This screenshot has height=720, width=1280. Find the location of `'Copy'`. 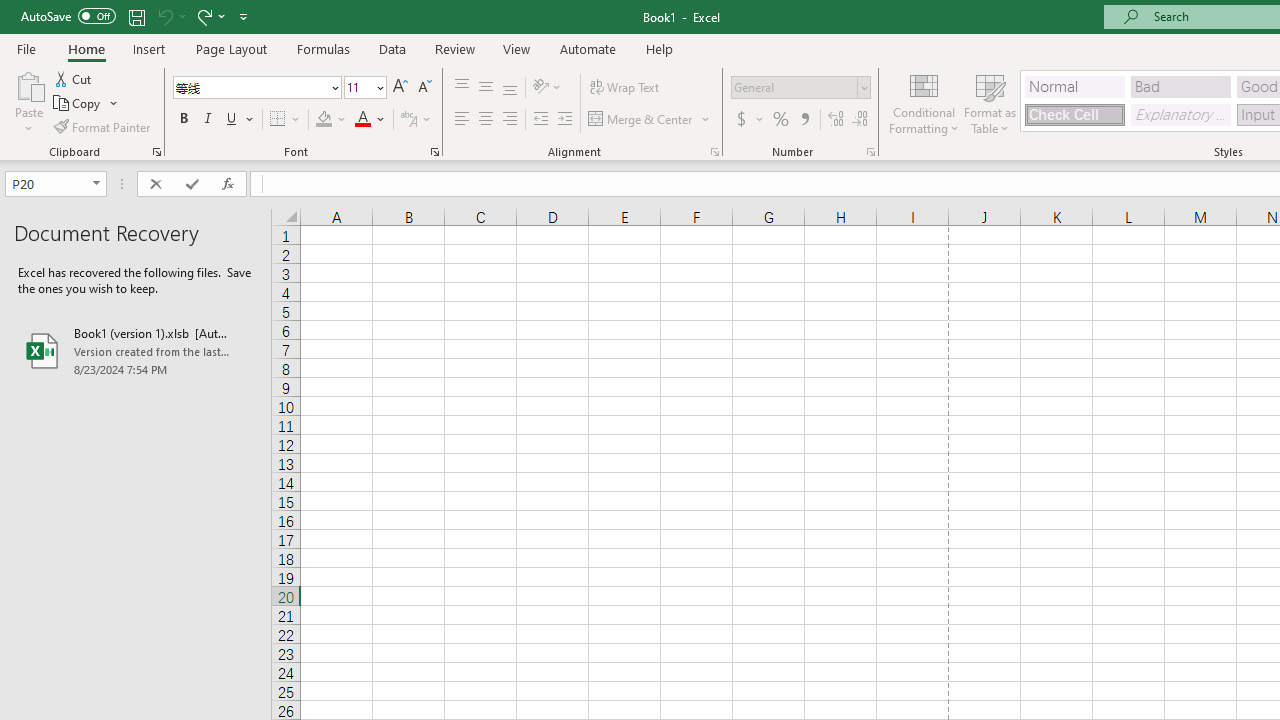

'Copy' is located at coordinates (85, 103).